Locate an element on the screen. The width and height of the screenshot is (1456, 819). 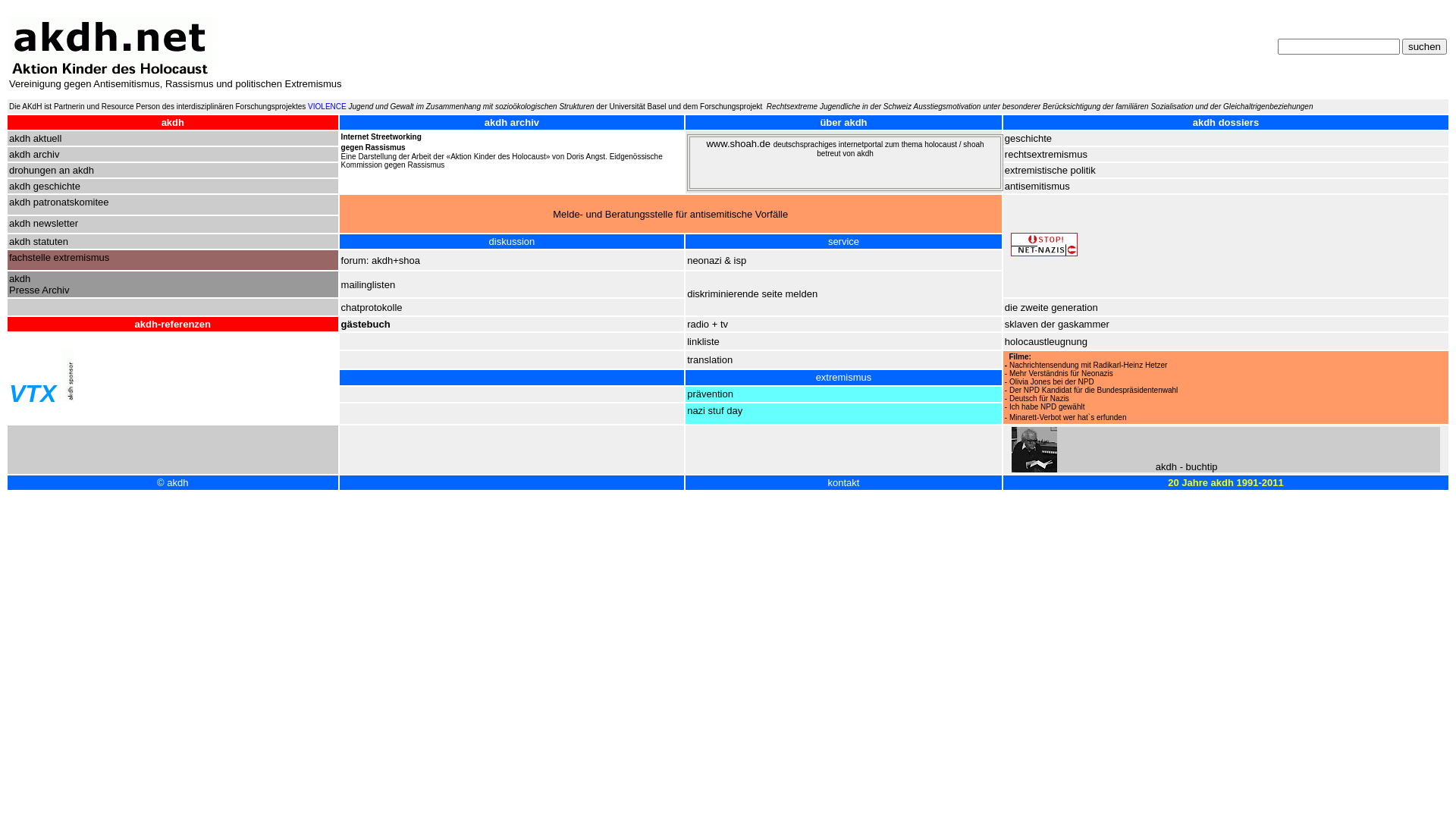
'akdh statuten' is located at coordinates (39, 240).